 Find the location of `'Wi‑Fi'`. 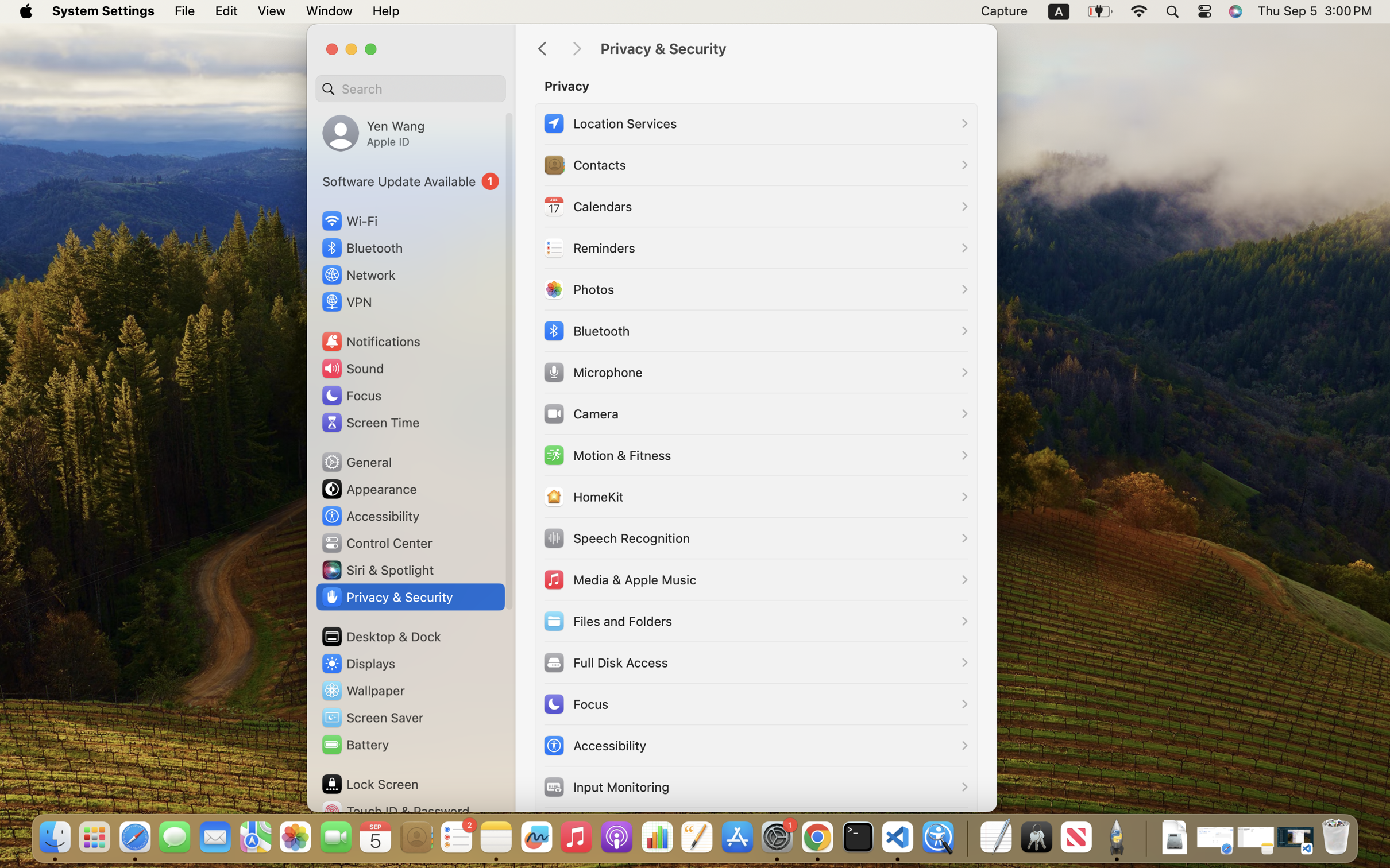

'Wi‑Fi' is located at coordinates (349, 220).